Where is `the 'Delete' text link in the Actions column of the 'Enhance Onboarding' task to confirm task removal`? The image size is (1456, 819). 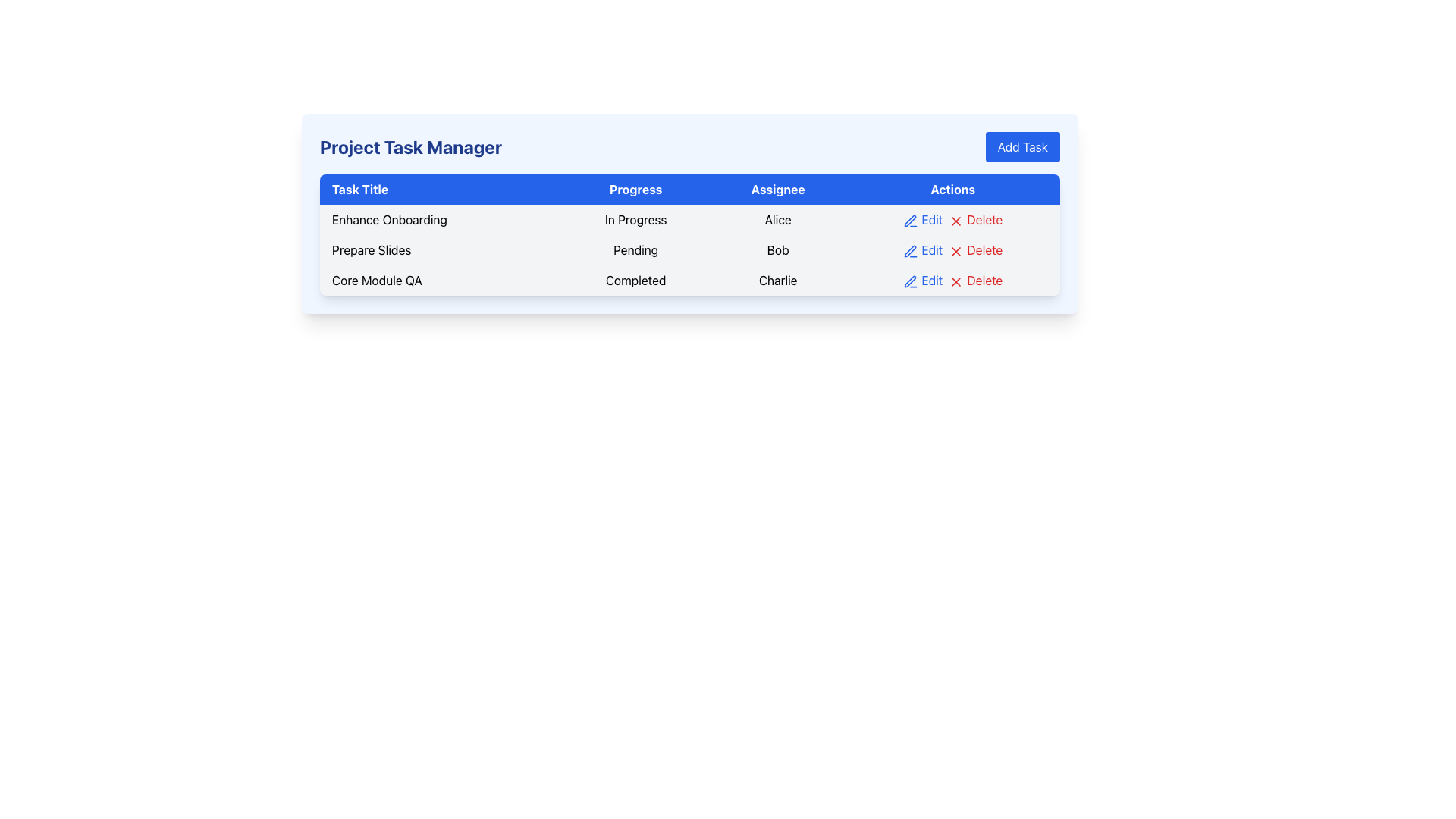 the 'Delete' text link in the Actions column of the 'Enhance Onboarding' task to confirm task removal is located at coordinates (952, 219).